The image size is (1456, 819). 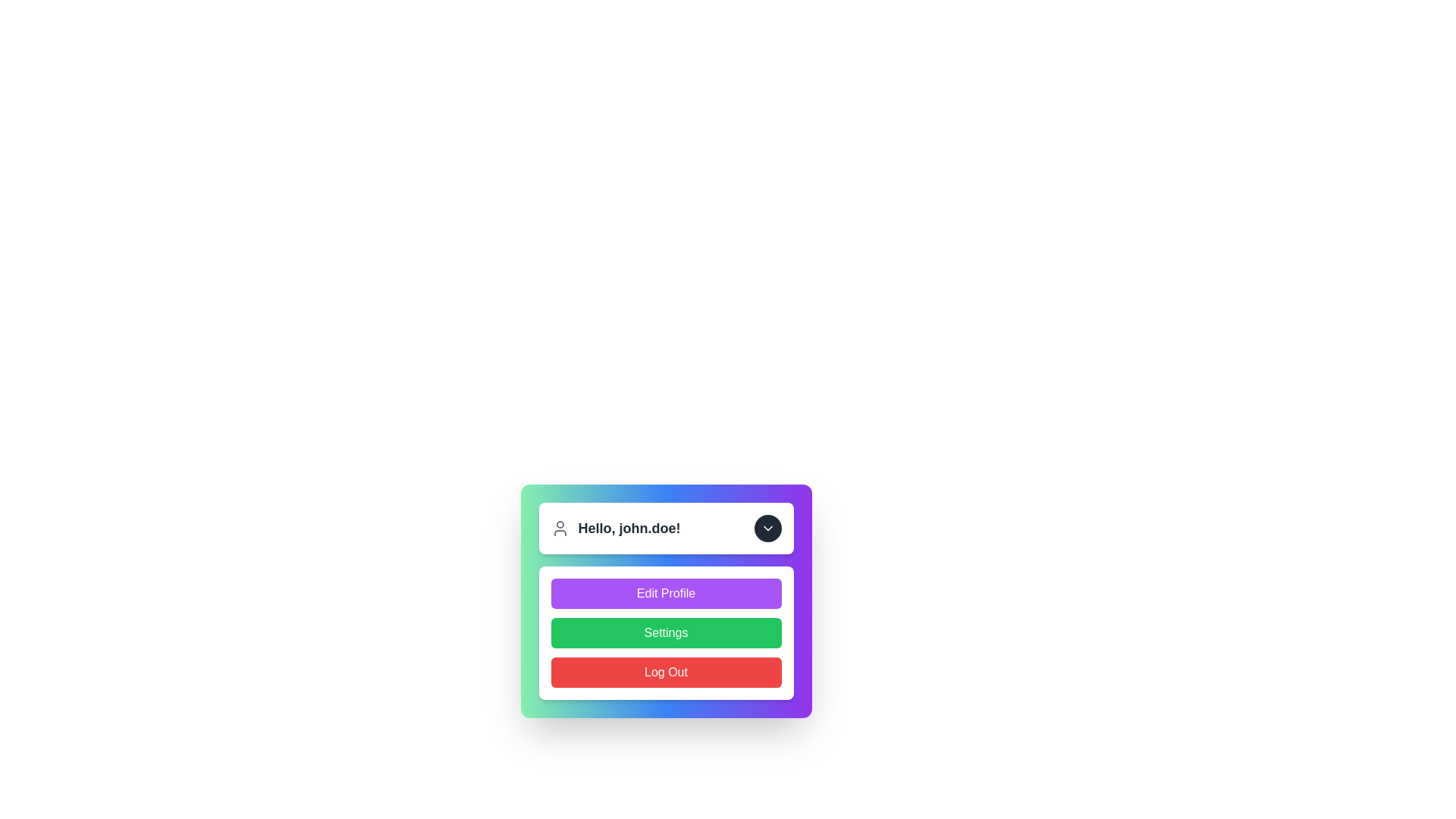 I want to click on the user icon located to the left of the greeting text 'Hello, john.doe!' for additional information, so click(x=559, y=528).